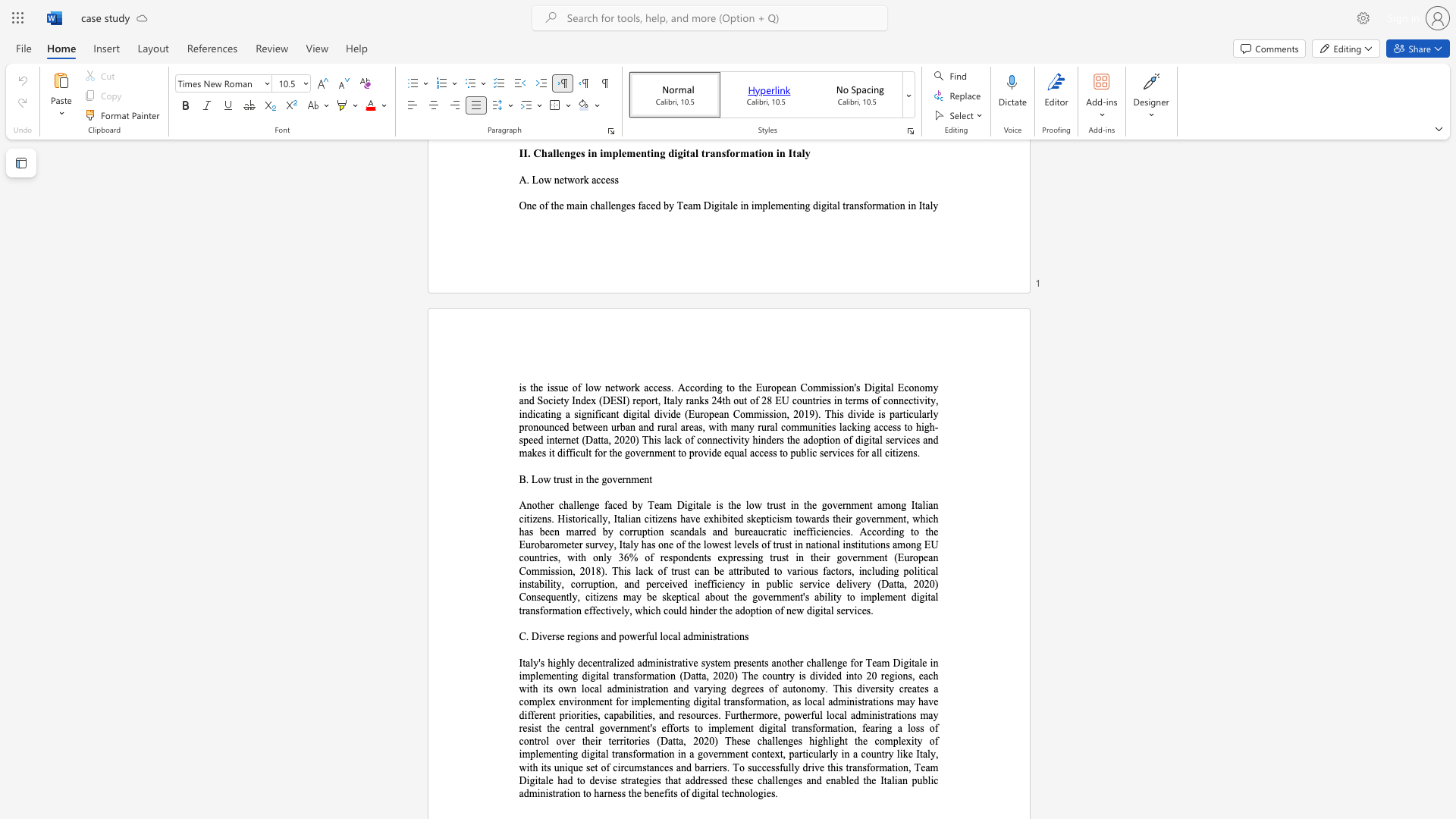 Image resolution: width=1456 pixels, height=819 pixels. Describe the element at coordinates (708, 557) in the screenshot. I see `the 22th character "s" in the text` at that location.